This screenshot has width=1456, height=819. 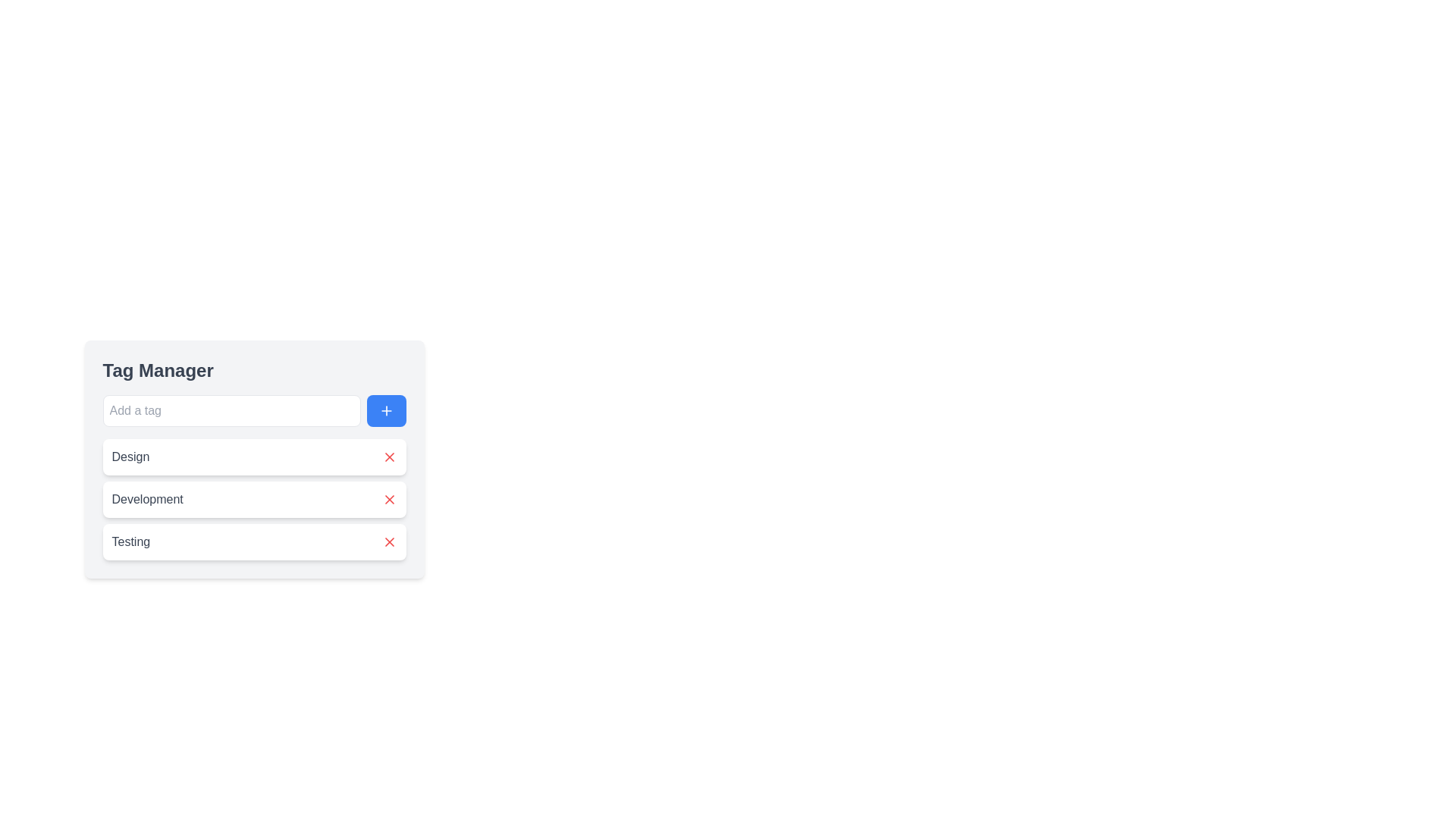 I want to click on the 'Development' text label, which is a medium-weight, gray font header text positioned within a card beneath the 'Design' label and above the 'Testing' label, so click(x=147, y=500).